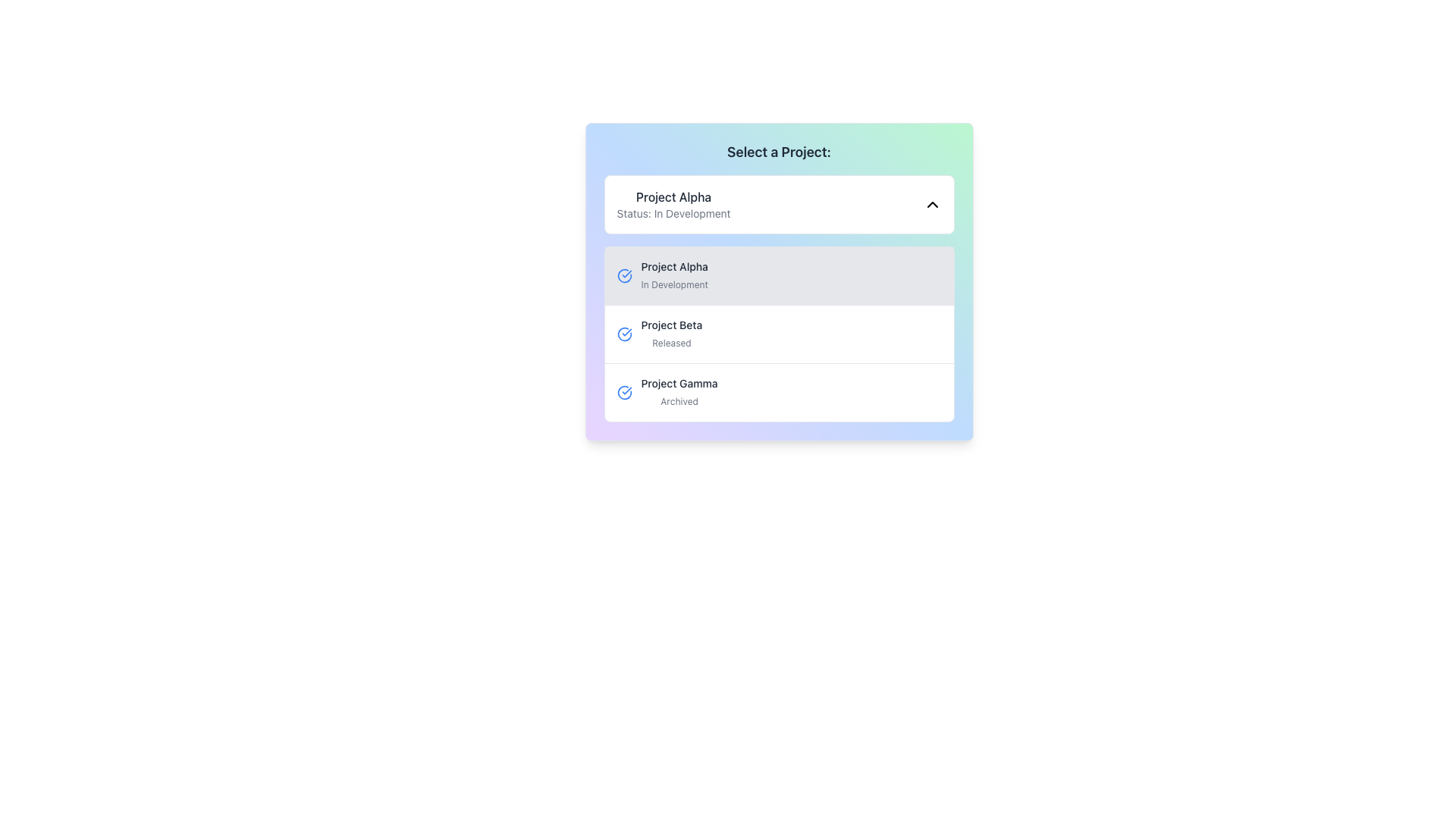 The image size is (1456, 819). I want to click on the circular SVG graphical element that is part of the checkmark icon next to 'Project Alpha' in the project list, so click(624, 275).